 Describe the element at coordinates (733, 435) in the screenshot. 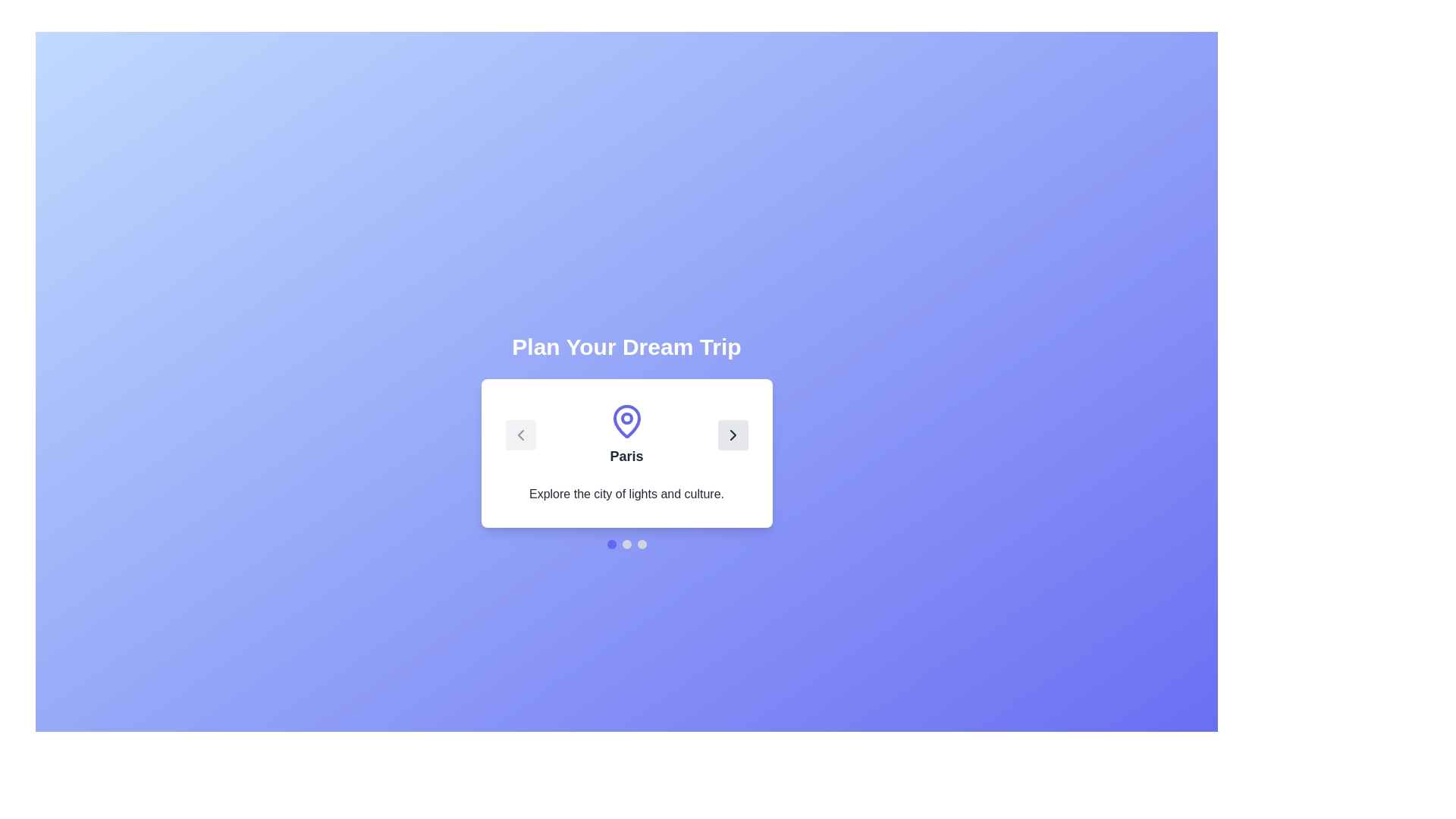

I see `the next button to navigate to the next destination` at that location.